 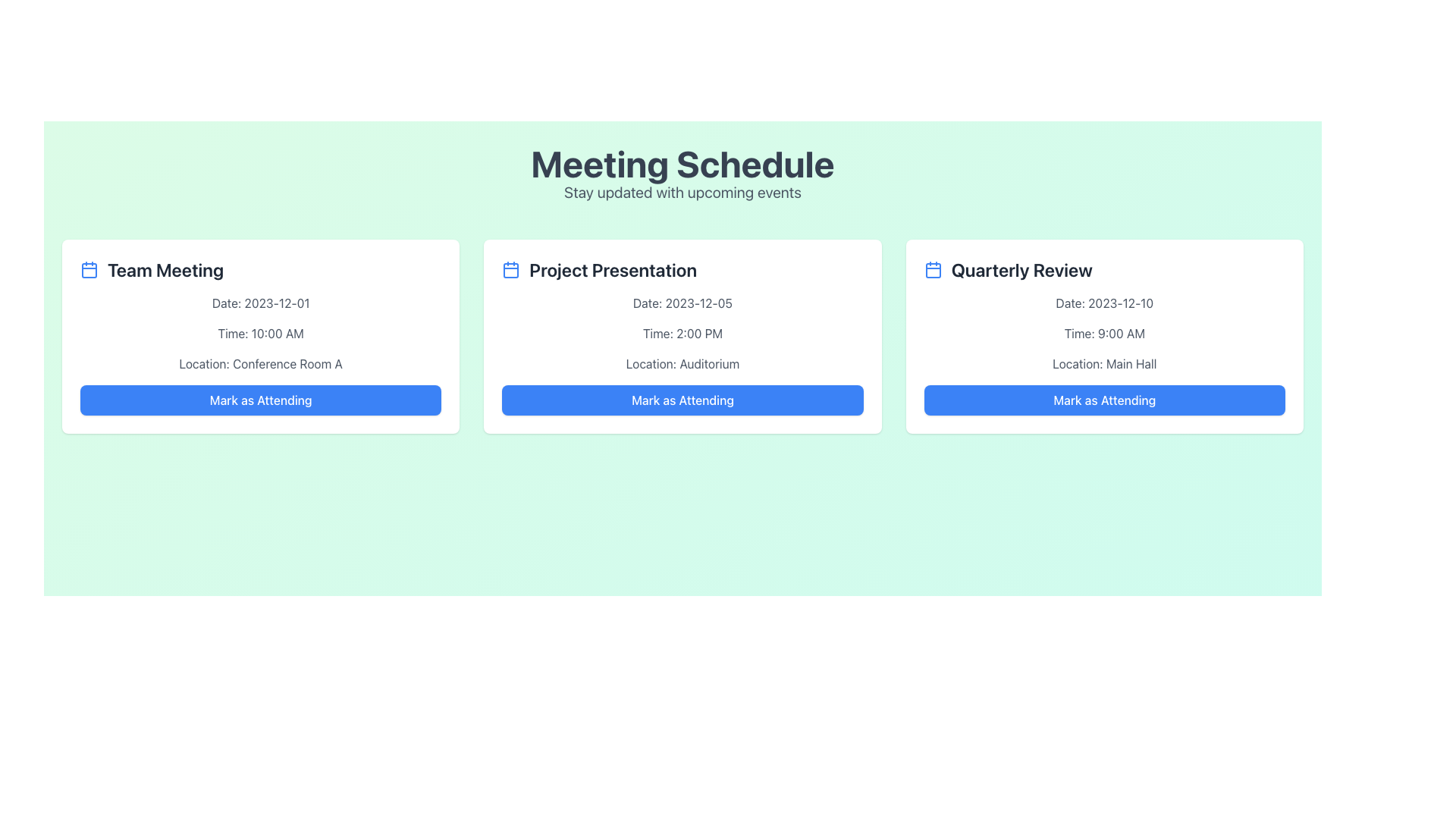 What do you see at coordinates (89, 268) in the screenshot?
I see `the calendar icon with a blue outline and white fill located to the left of the 'Team Meeting' text in the header section of the event card` at bounding box center [89, 268].